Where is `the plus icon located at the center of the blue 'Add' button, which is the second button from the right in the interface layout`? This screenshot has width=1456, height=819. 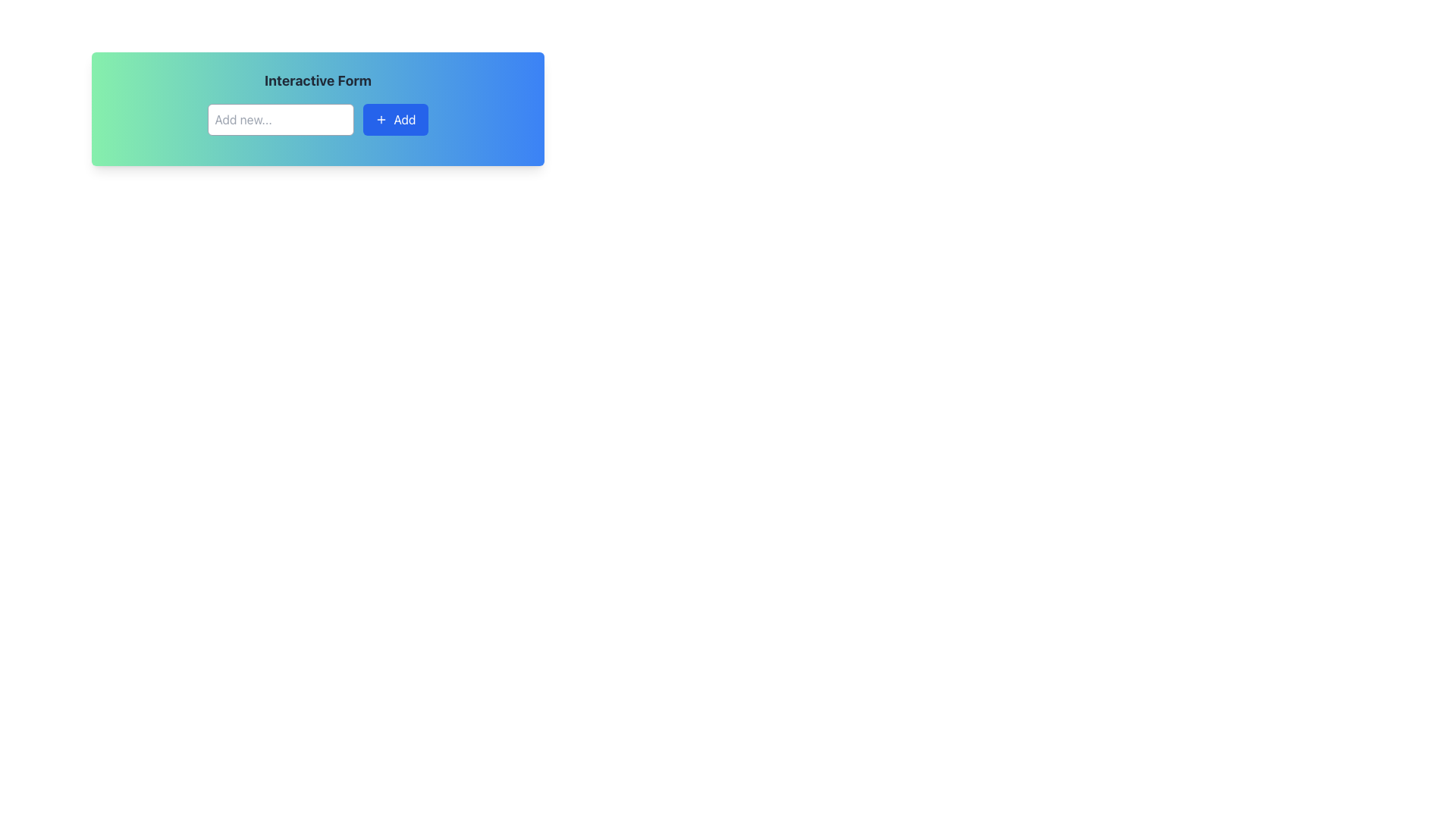 the plus icon located at the center of the blue 'Add' button, which is the second button from the right in the interface layout is located at coordinates (381, 119).